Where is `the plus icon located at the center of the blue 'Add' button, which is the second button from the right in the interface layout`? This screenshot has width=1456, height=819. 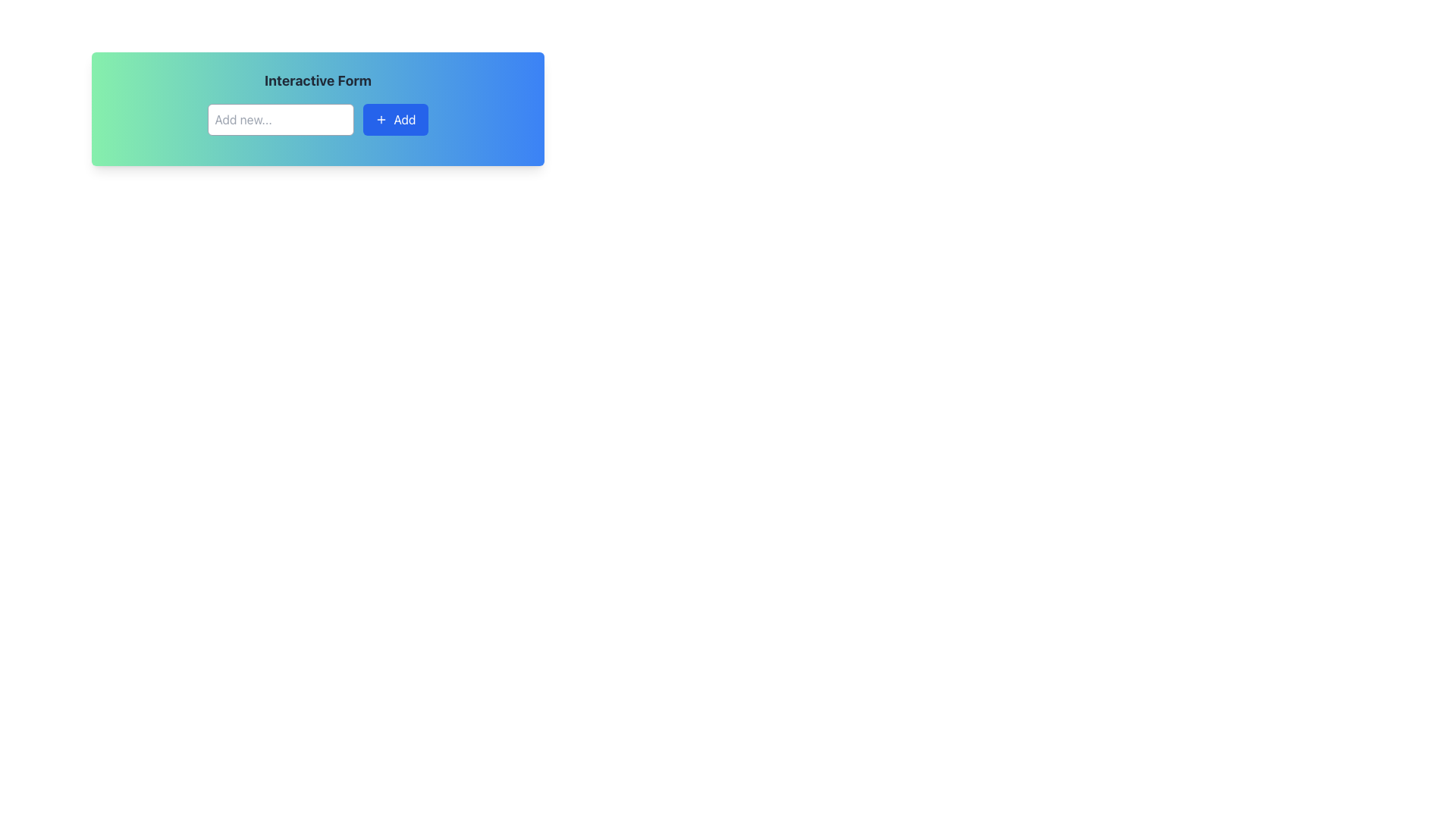 the plus icon located at the center of the blue 'Add' button, which is the second button from the right in the interface layout is located at coordinates (381, 119).